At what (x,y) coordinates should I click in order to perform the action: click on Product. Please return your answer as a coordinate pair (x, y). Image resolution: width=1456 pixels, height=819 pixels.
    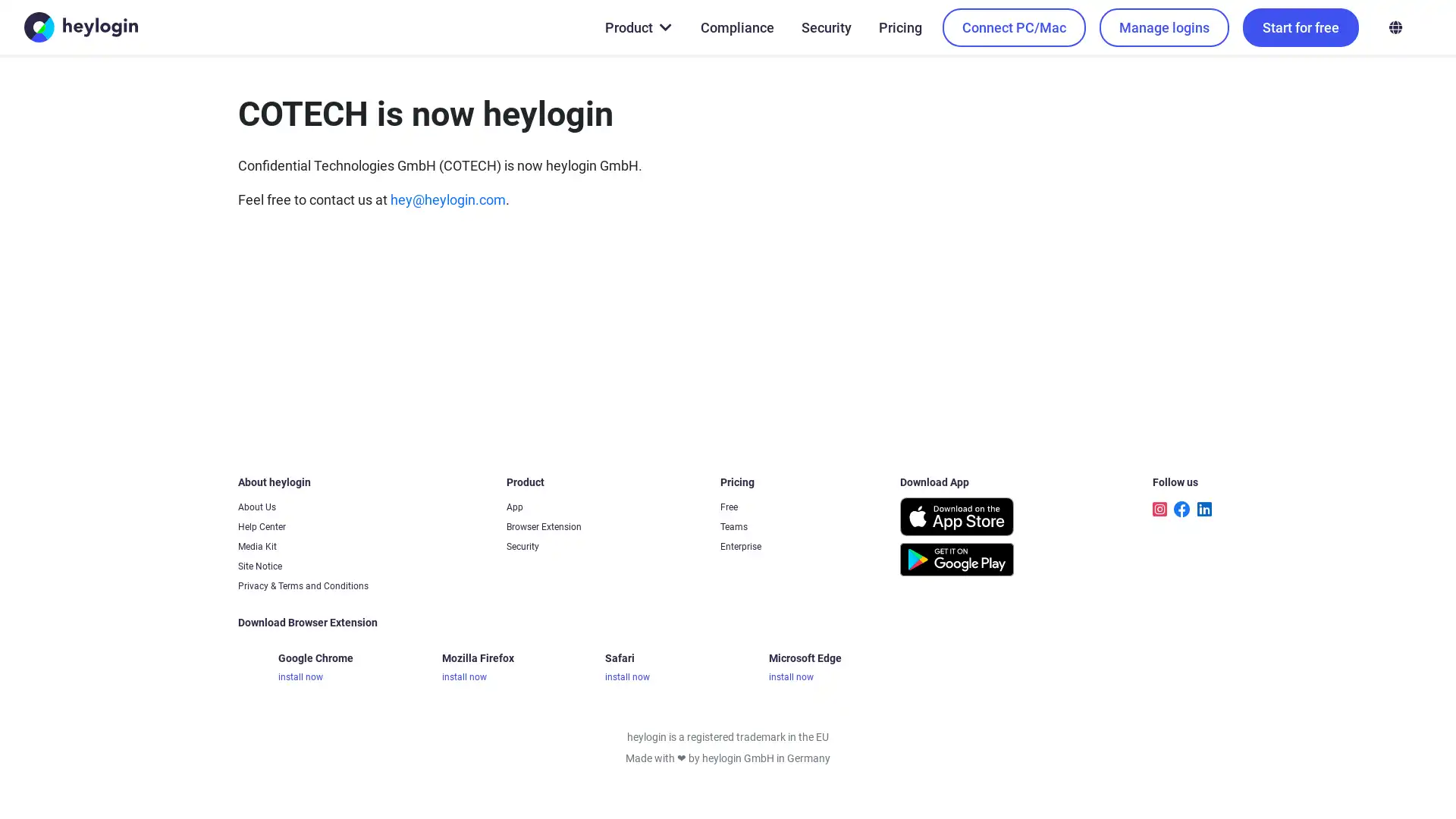
    Looking at the image, I should click on (637, 27).